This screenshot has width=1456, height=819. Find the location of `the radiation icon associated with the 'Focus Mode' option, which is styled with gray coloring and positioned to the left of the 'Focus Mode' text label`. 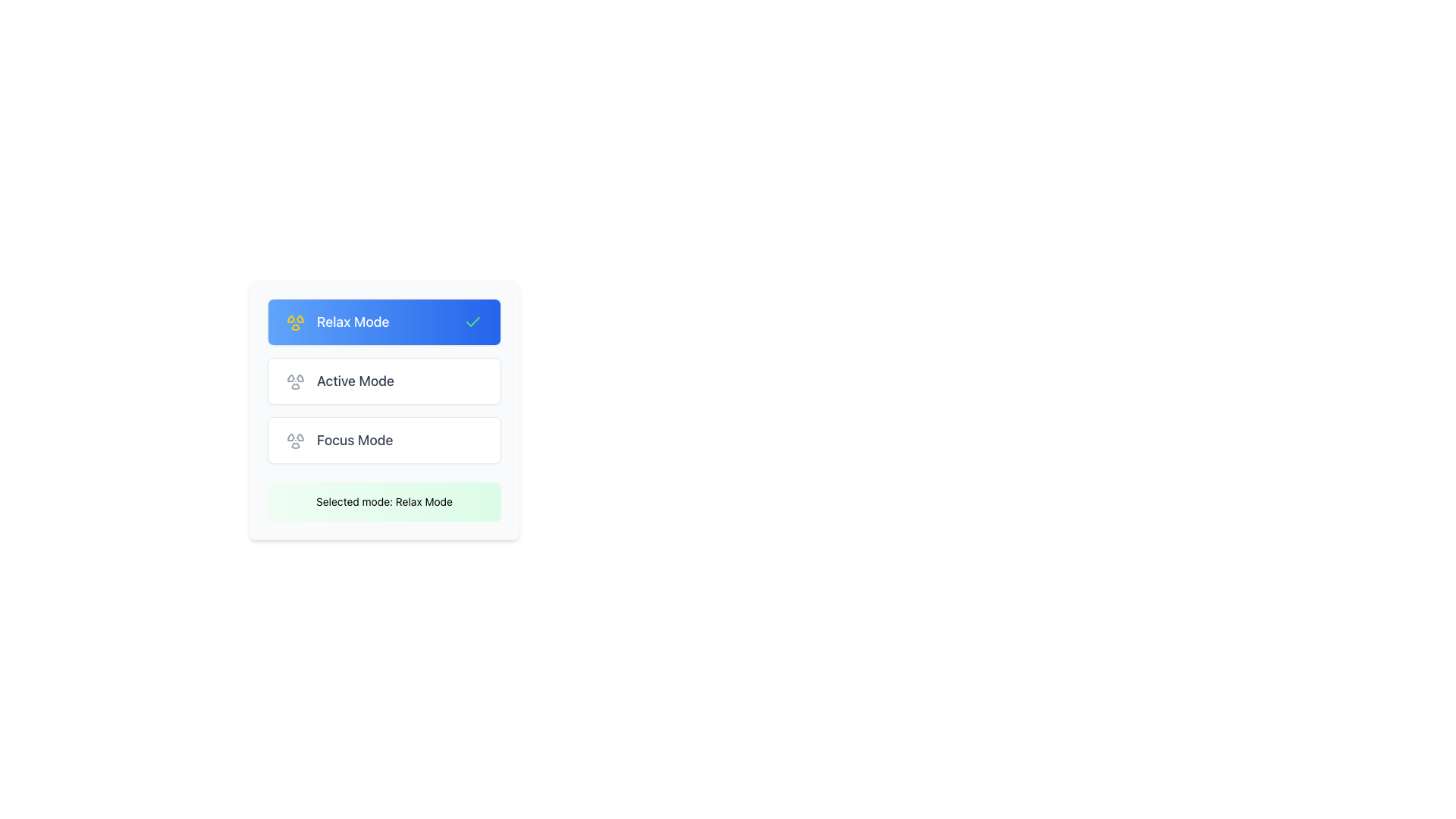

the radiation icon associated with the 'Focus Mode' option, which is styled with gray coloring and positioned to the left of the 'Focus Mode' text label is located at coordinates (295, 441).